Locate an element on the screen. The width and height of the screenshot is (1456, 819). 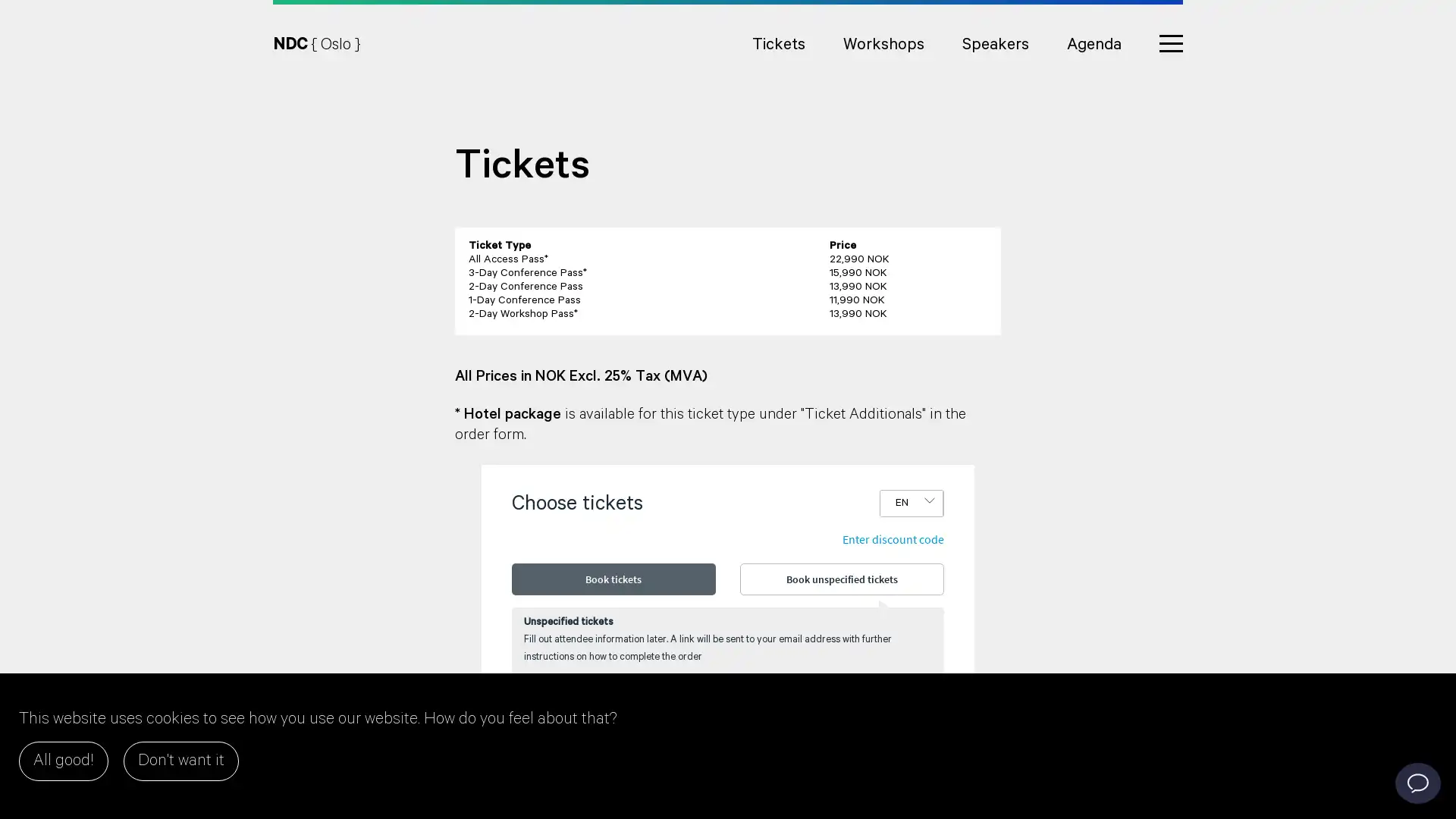
Enter discount code is located at coordinates (893, 537).